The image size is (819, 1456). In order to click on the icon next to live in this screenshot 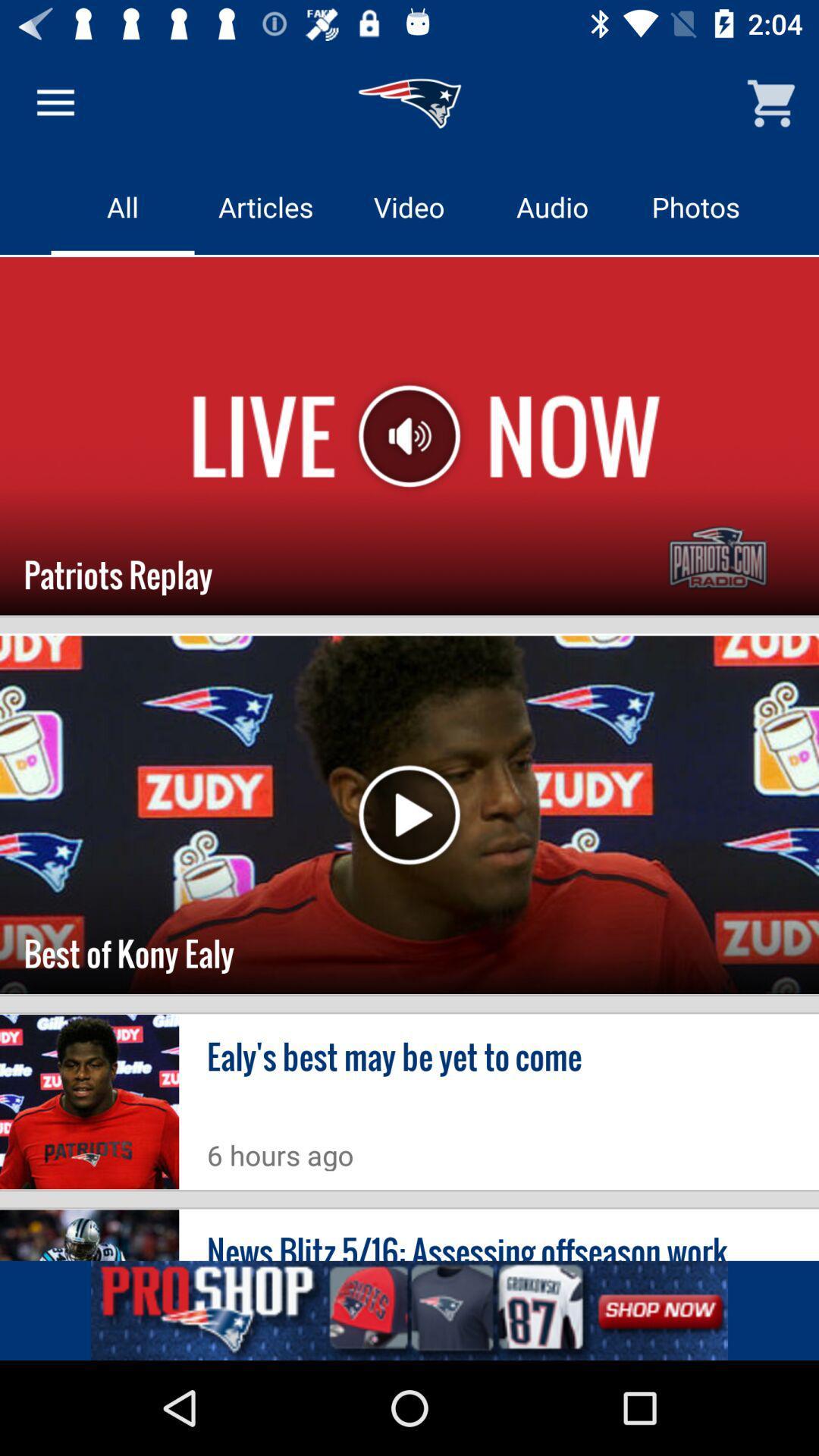, I will do `click(409, 435)`.